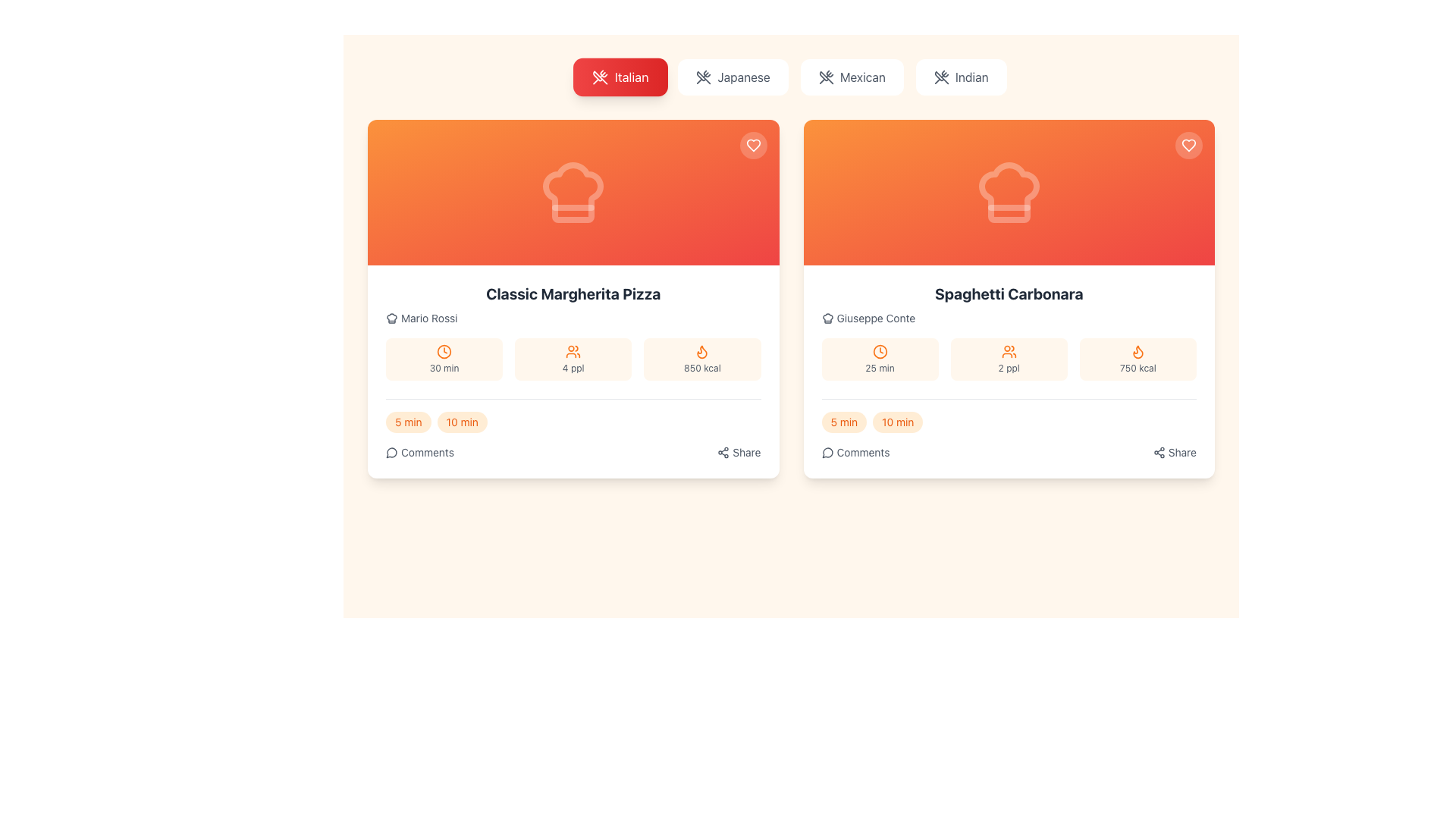 This screenshot has height=819, width=1456. What do you see at coordinates (940, 77) in the screenshot?
I see `the 'Indian' cuisine selection icon located at the top-right corner of the buttons group` at bounding box center [940, 77].